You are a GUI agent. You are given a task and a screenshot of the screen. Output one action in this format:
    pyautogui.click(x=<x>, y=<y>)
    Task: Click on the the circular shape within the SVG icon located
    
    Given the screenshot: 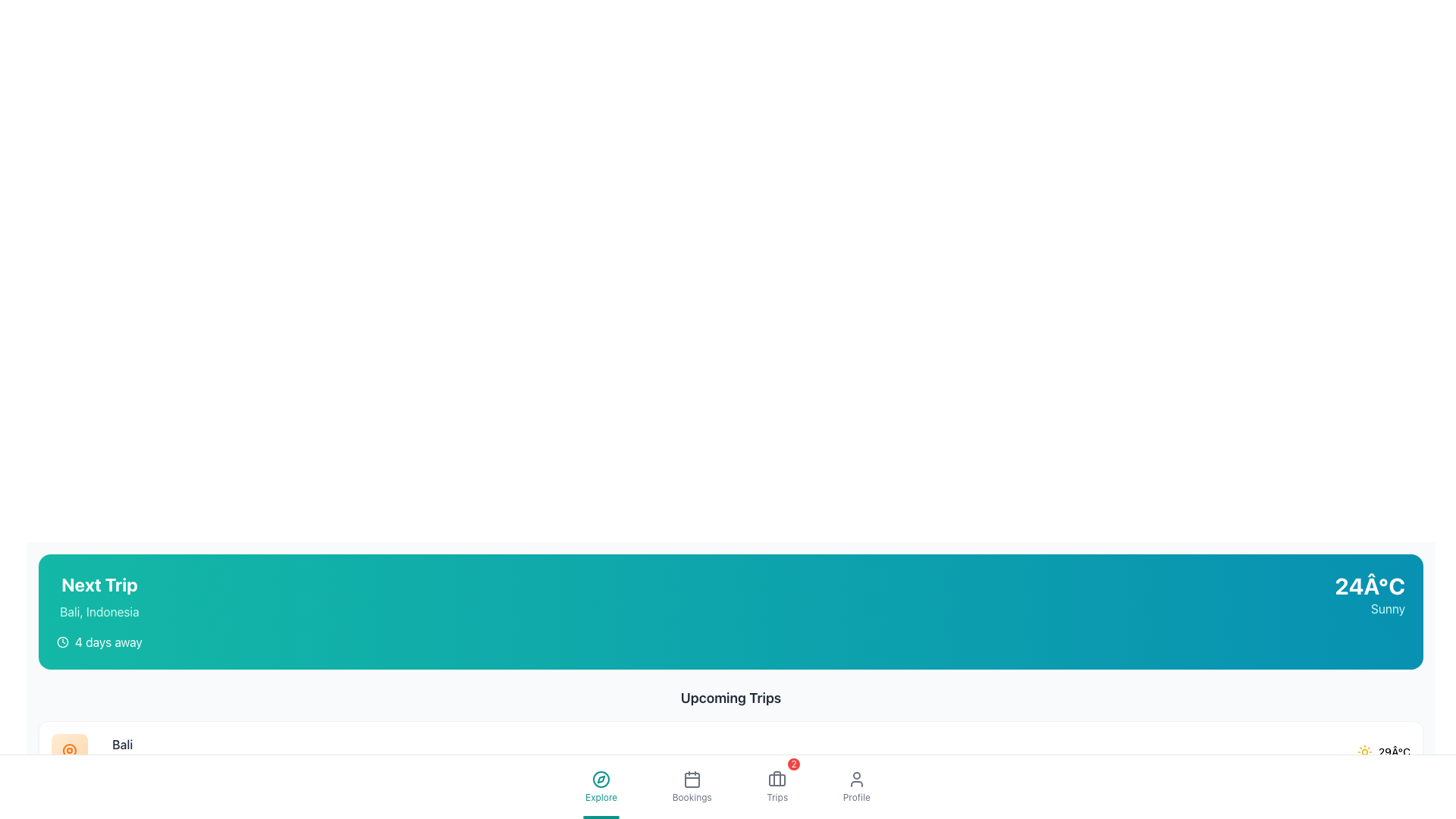 What is the action you would take?
    pyautogui.click(x=601, y=780)
    